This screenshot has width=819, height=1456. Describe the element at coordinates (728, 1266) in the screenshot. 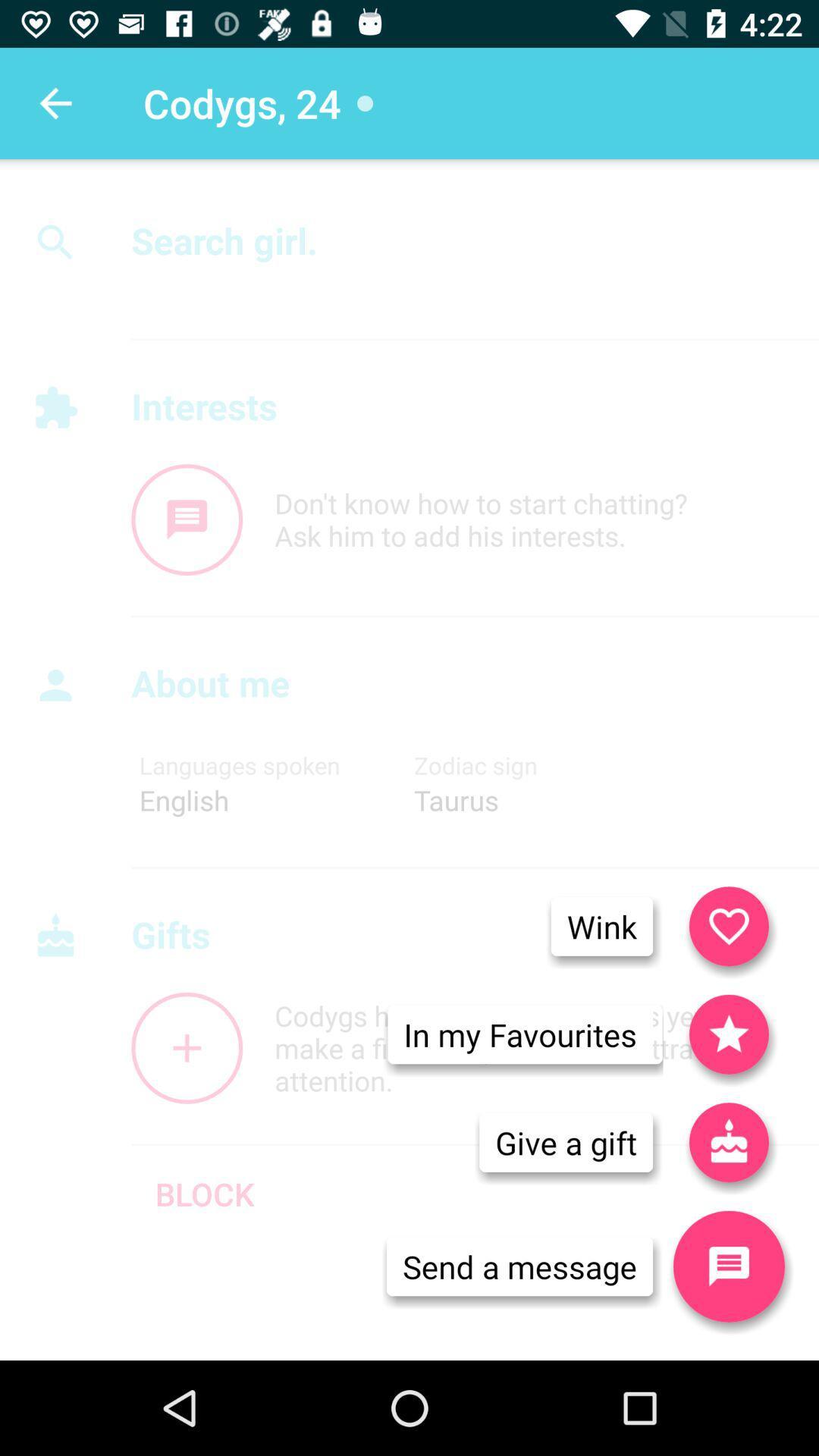

I see `the chat icon` at that location.